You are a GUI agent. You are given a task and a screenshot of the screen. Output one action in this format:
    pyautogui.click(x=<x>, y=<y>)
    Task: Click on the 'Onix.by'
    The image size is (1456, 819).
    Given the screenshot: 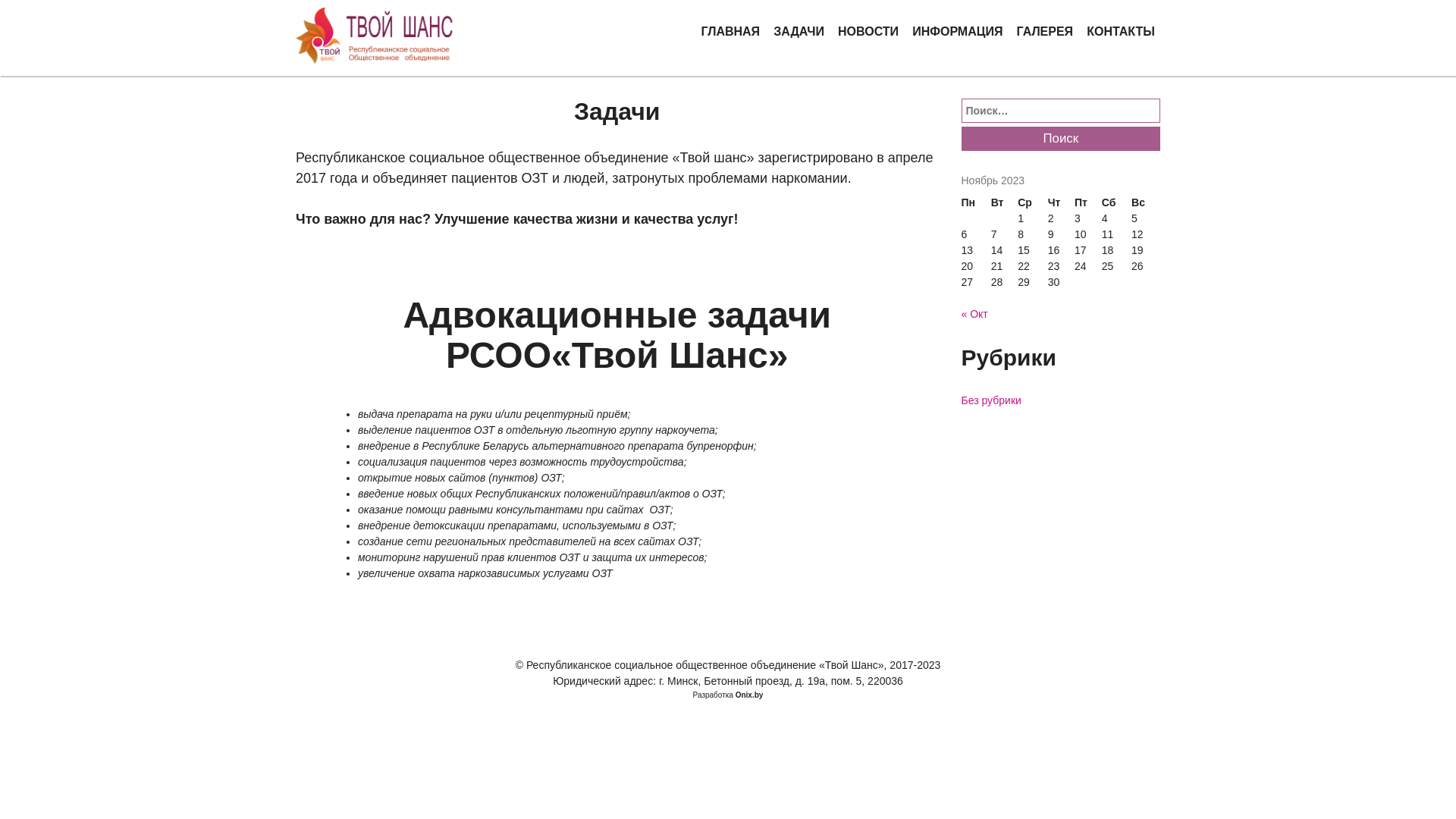 What is the action you would take?
    pyautogui.click(x=735, y=695)
    